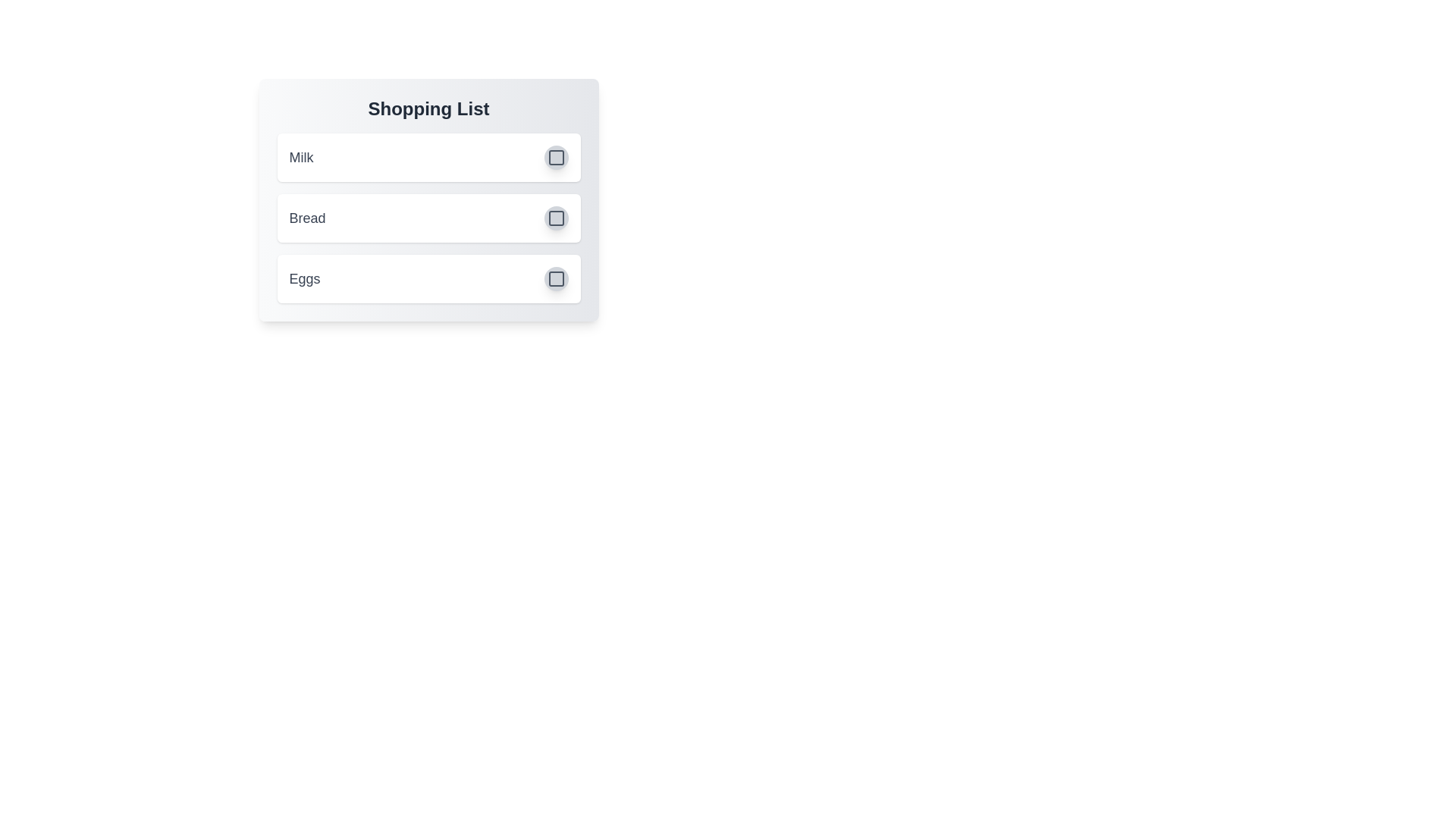 This screenshot has width=1456, height=819. What do you see at coordinates (428, 158) in the screenshot?
I see `the list item Milk to observe the hover effect` at bounding box center [428, 158].